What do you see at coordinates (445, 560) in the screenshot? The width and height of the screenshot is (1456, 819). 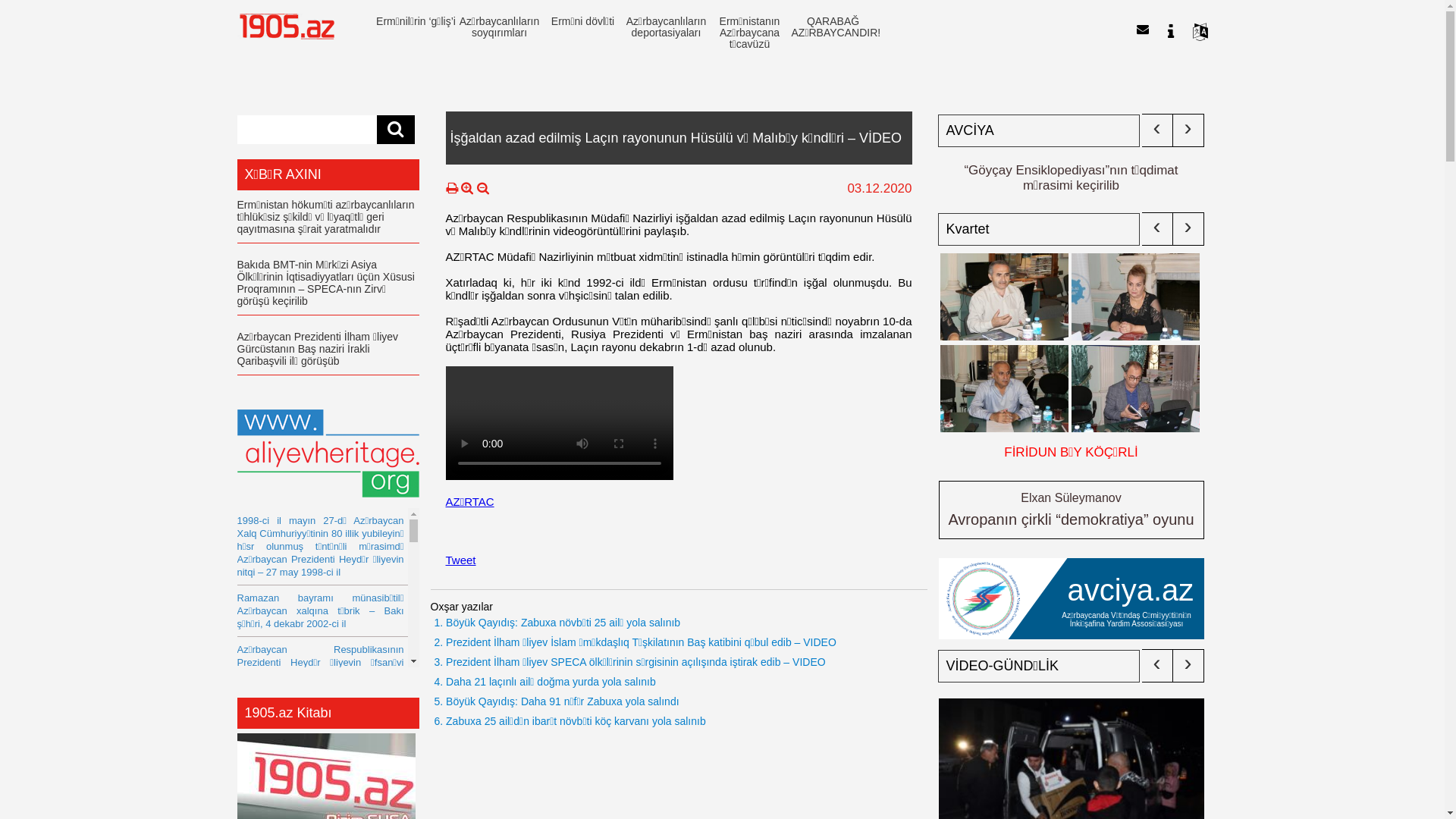 I see `'Tweet'` at bounding box center [445, 560].